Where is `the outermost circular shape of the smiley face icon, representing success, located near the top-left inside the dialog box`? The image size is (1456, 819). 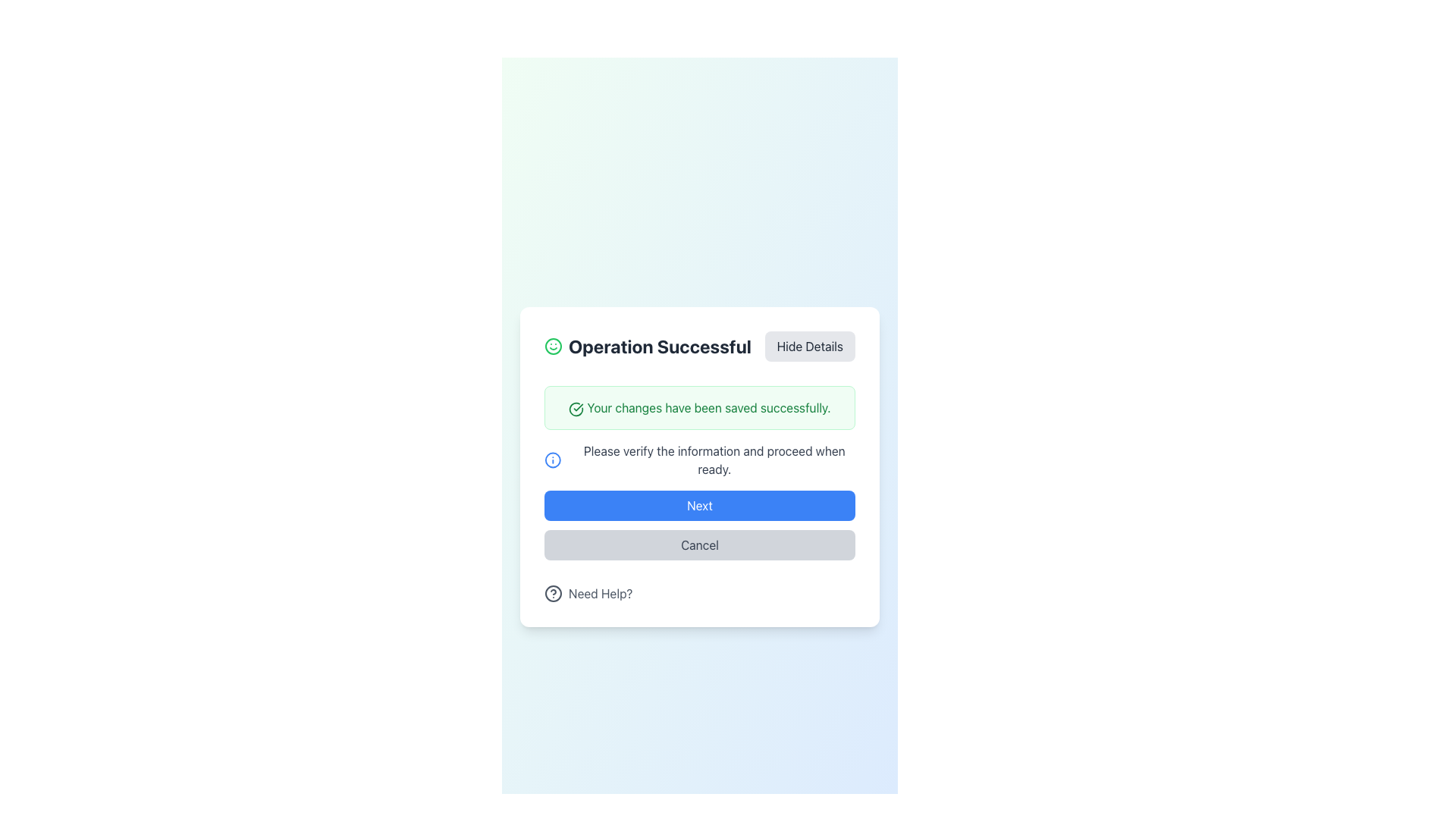
the outermost circular shape of the smiley face icon, representing success, located near the top-left inside the dialog box is located at coordinates (552, 346).